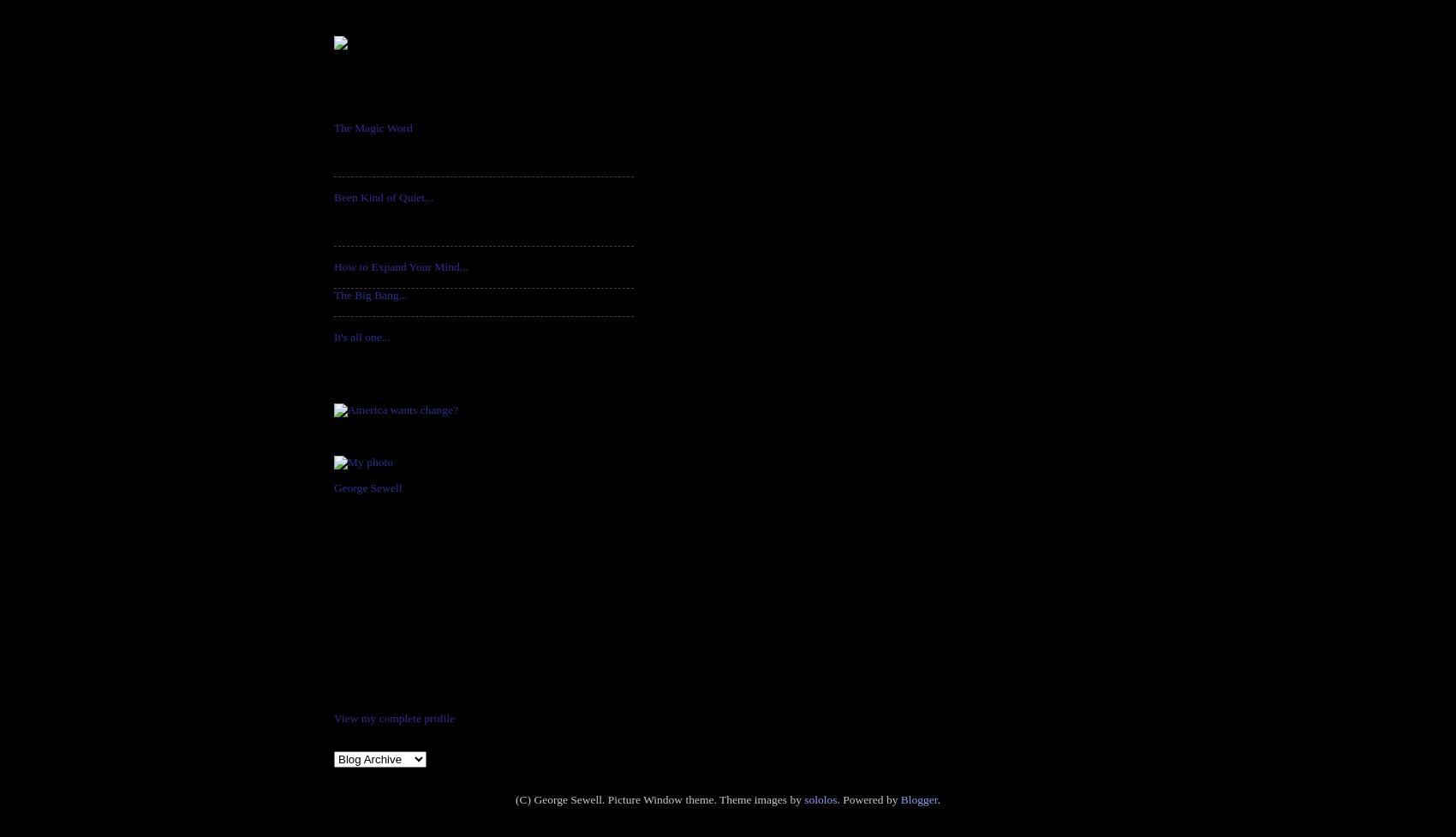 The image size is (1456, 837). What do you see at coordinates (395, 280) in the screenshot?
I see `'...well, this ought to do it.'` at bounding box center [395, 280].